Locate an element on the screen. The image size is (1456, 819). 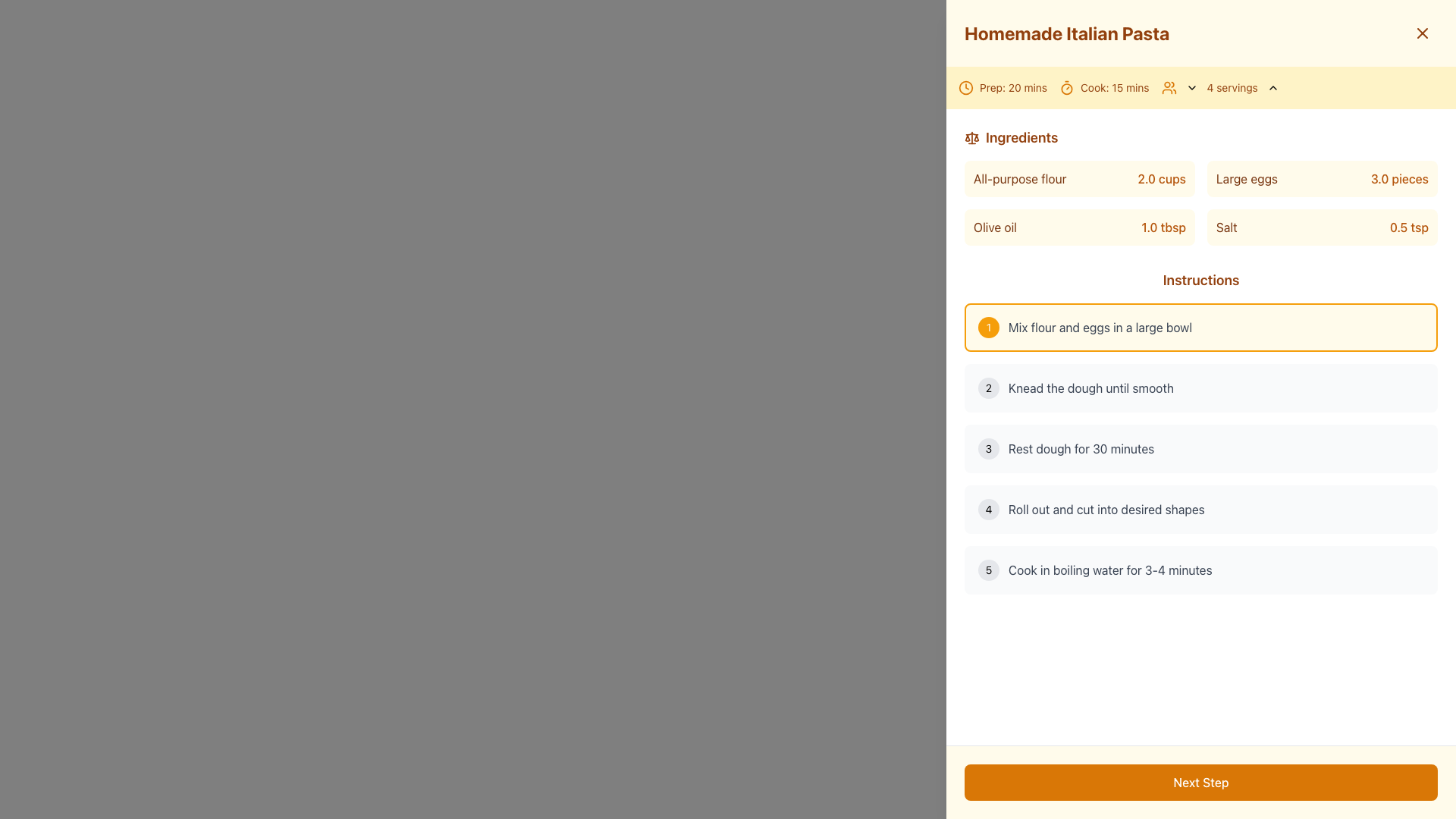
the text label 'Instructions' which is styled in bold amber color and serves as the heading for the list of instructions, located at the top of the instructions section is located at coordinates (1200, 281).